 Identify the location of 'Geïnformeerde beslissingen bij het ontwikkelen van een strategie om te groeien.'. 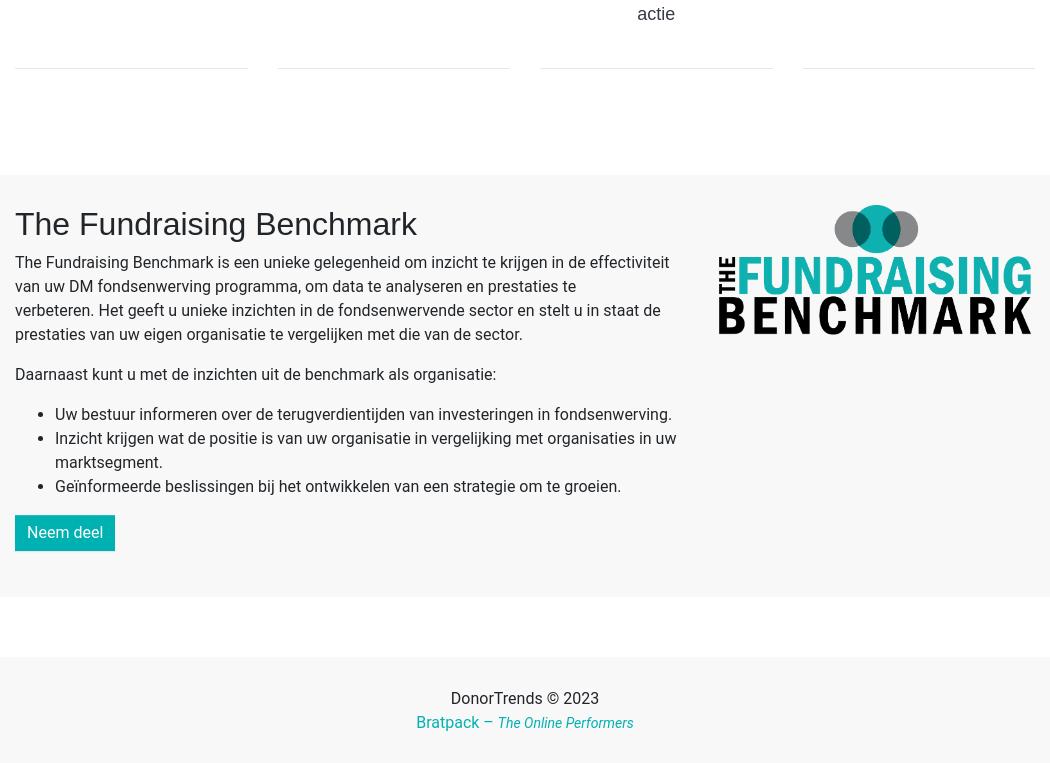
(337, 485).